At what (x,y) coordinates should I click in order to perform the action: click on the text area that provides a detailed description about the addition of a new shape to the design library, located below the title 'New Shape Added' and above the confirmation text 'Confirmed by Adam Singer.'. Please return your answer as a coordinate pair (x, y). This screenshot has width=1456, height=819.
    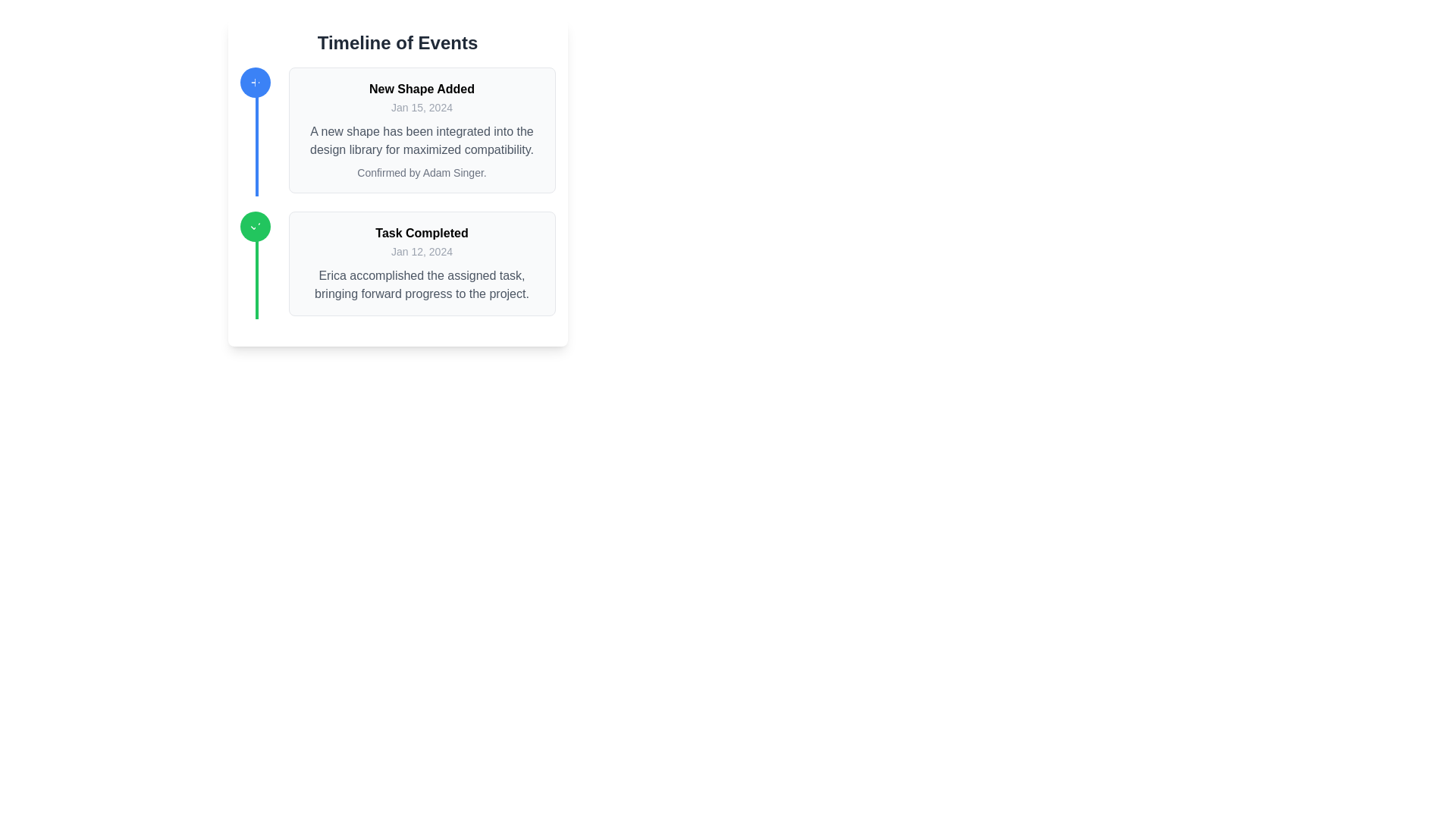
    Looking at the image, I should click on (422, 140).